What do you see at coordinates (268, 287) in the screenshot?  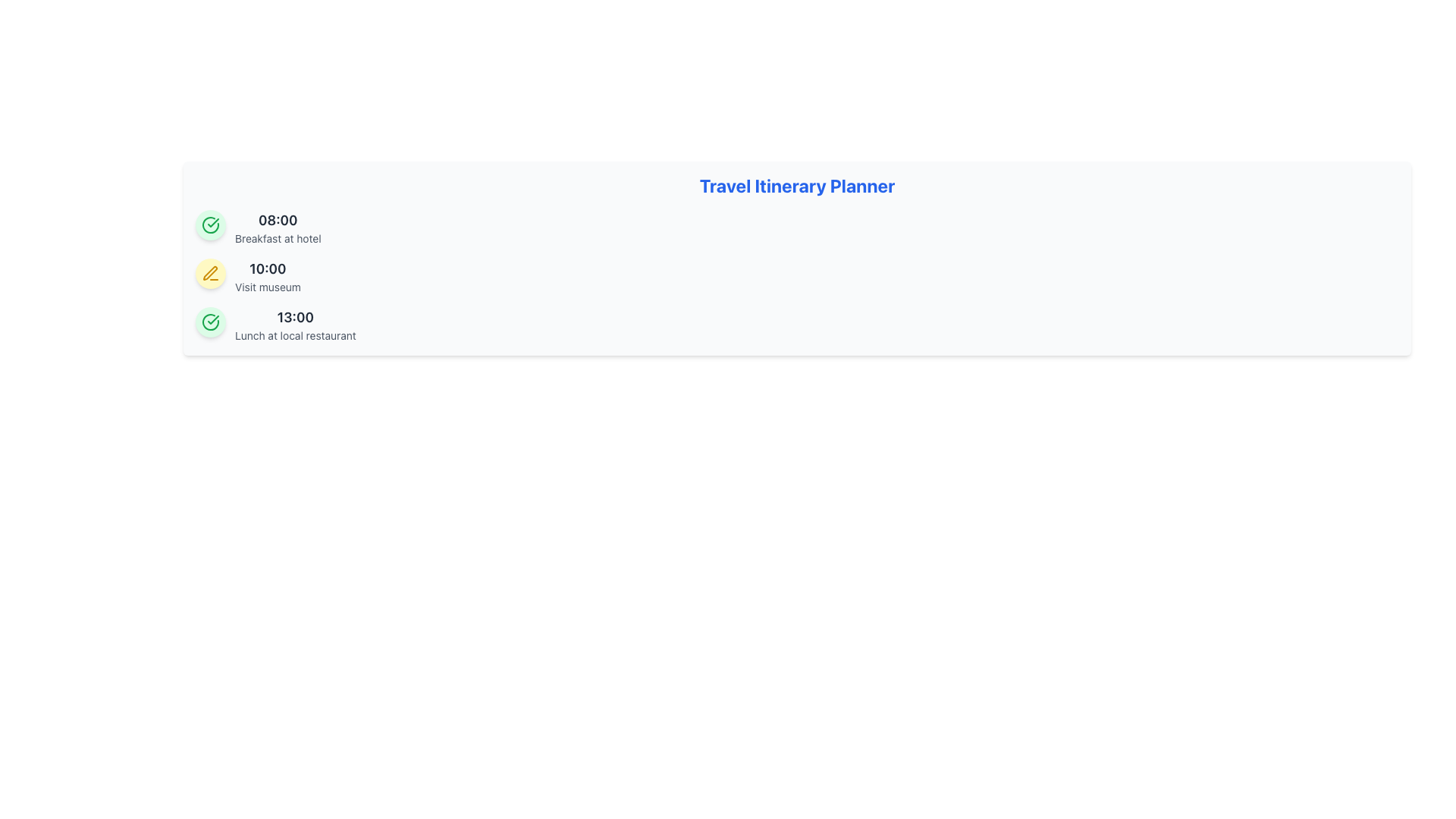 I see `the label 'Visit museum', which is displayed in a smaller, light-gray font beneath the bold text '10:00' in the itinerary list` at bounding box center [268, 287].